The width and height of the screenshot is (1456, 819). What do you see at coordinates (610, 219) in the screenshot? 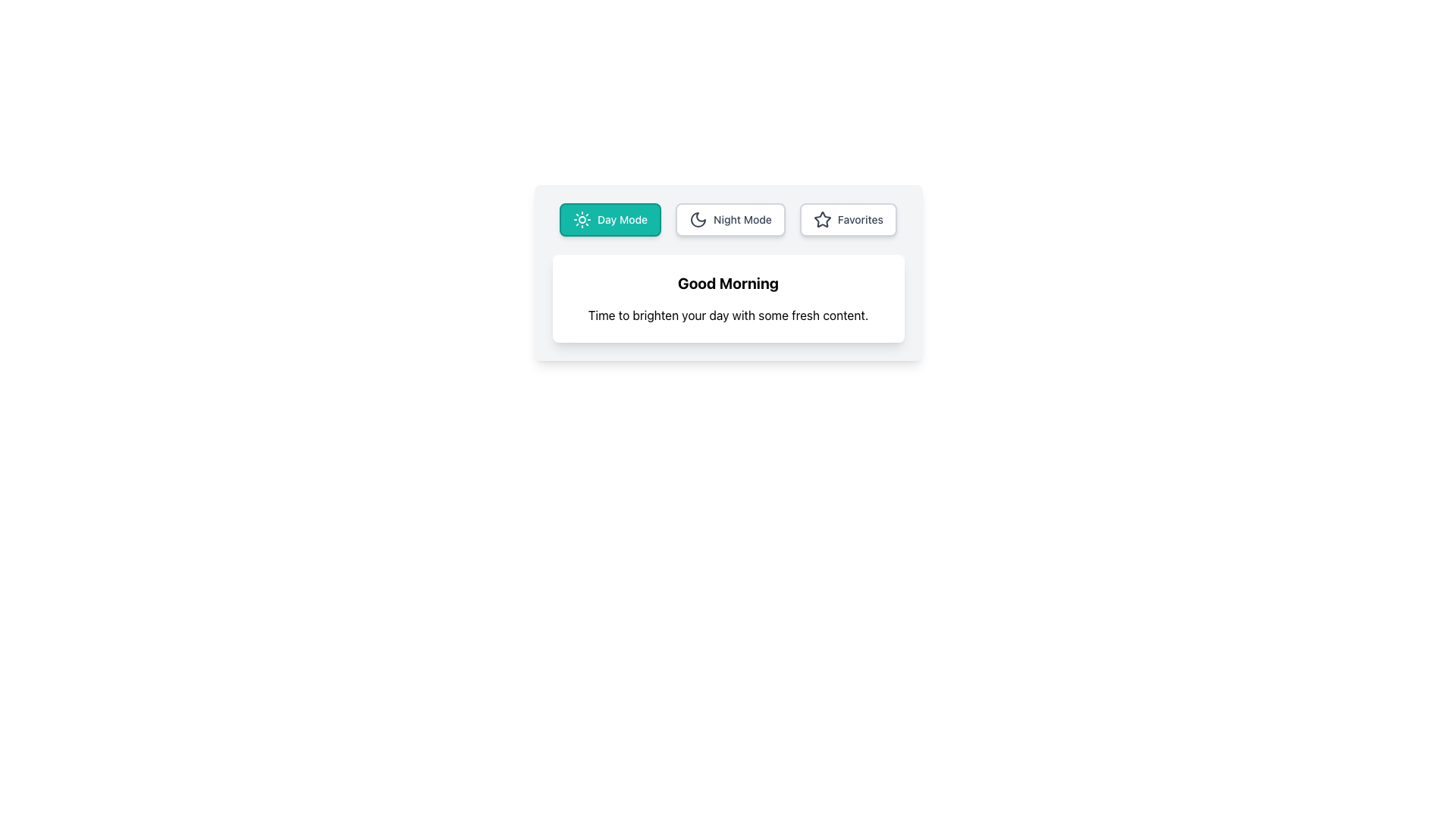
I see `the rectangular 'Day Mode' button with a teal background and a sun icon` at bounding box center [610, 219].